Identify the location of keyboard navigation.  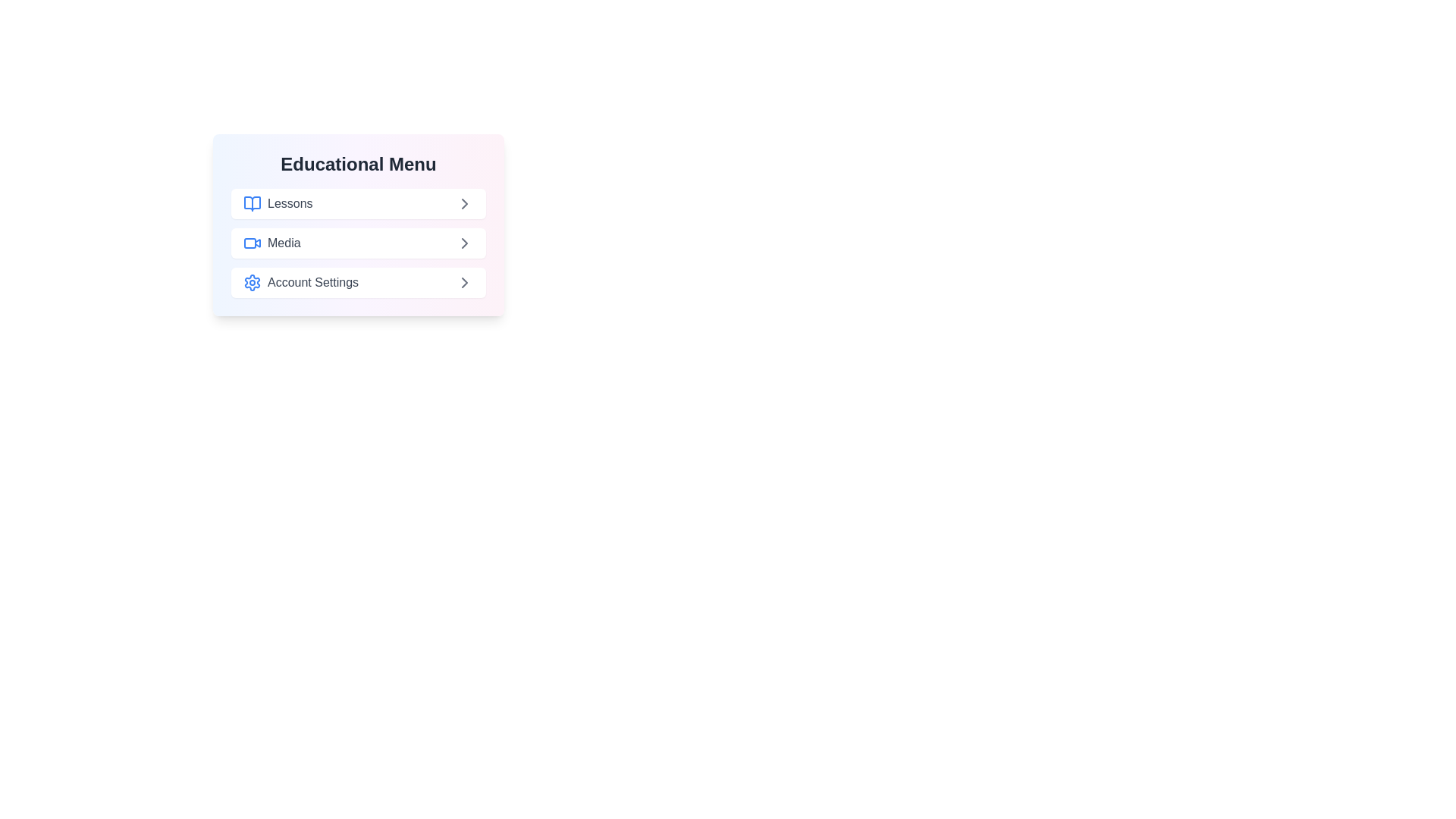
(358, 242).